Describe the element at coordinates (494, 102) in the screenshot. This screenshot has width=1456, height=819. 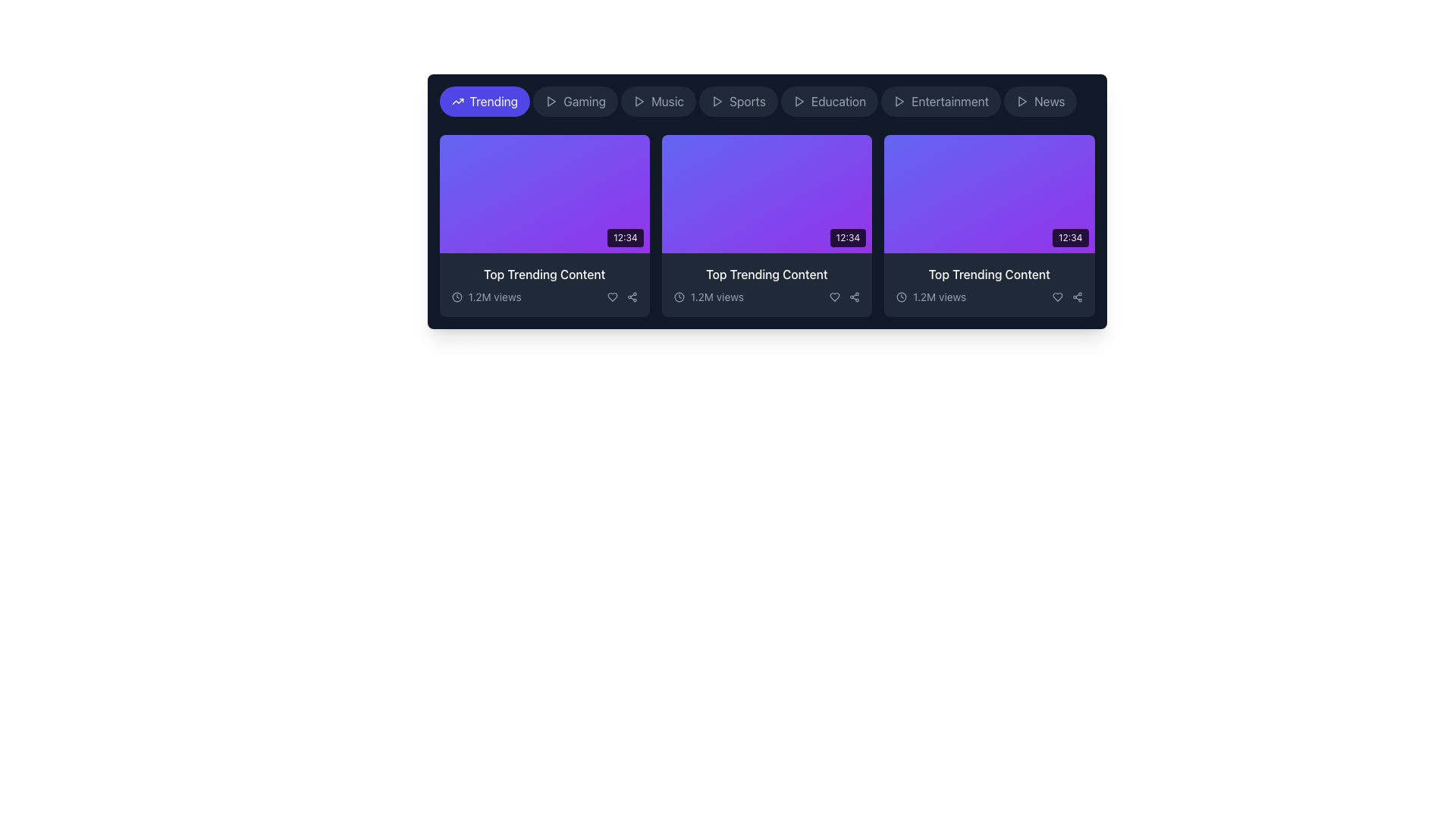
I see `the 'Trending' text label, which is a bold white font on a purple background within a rounded rectangular button` at that location.